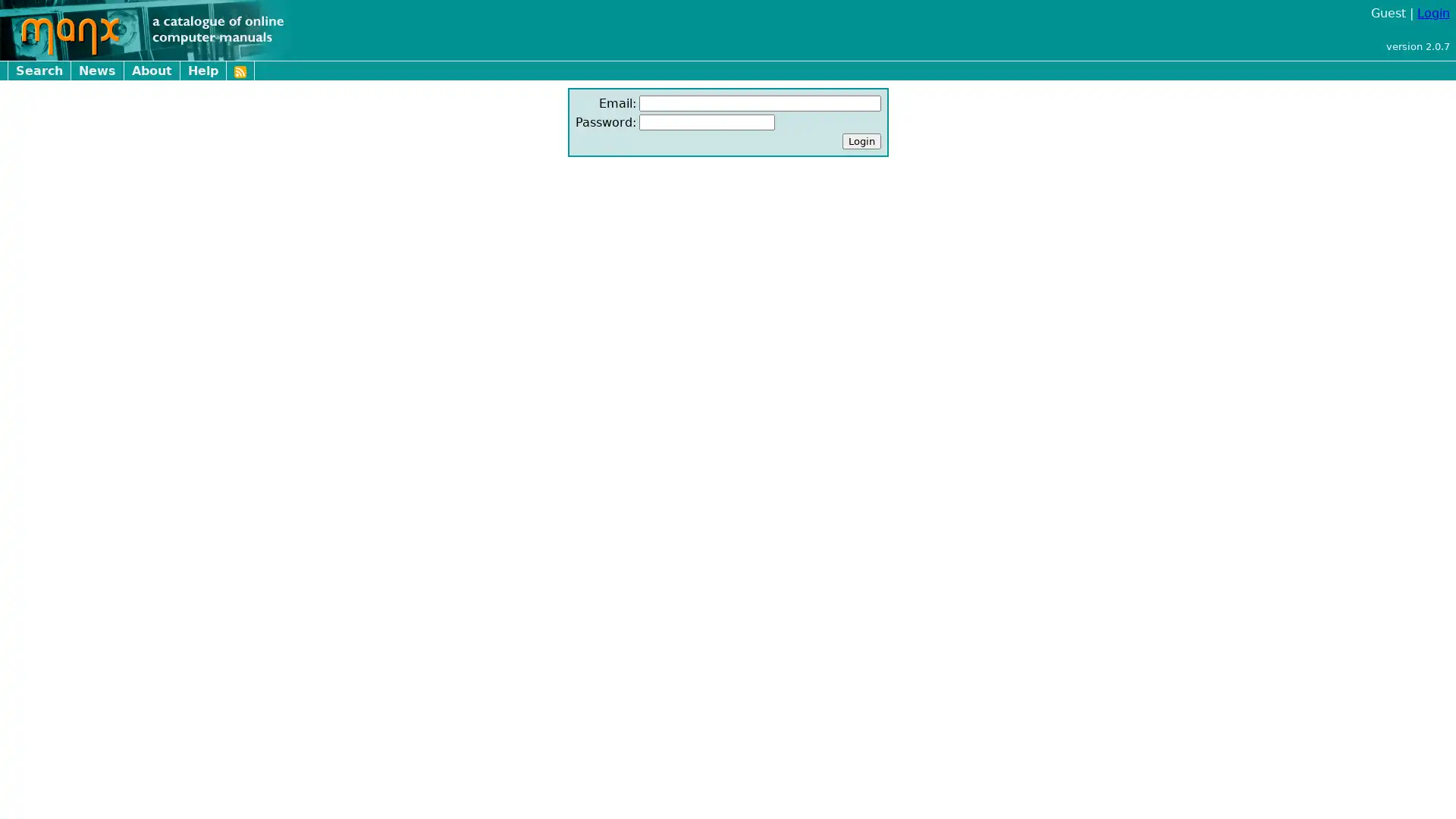 The width and height of the screenshot is (1456, 819). Describe the element at coordinates (861, 141) in the screenshot. I see `Login` at that location.